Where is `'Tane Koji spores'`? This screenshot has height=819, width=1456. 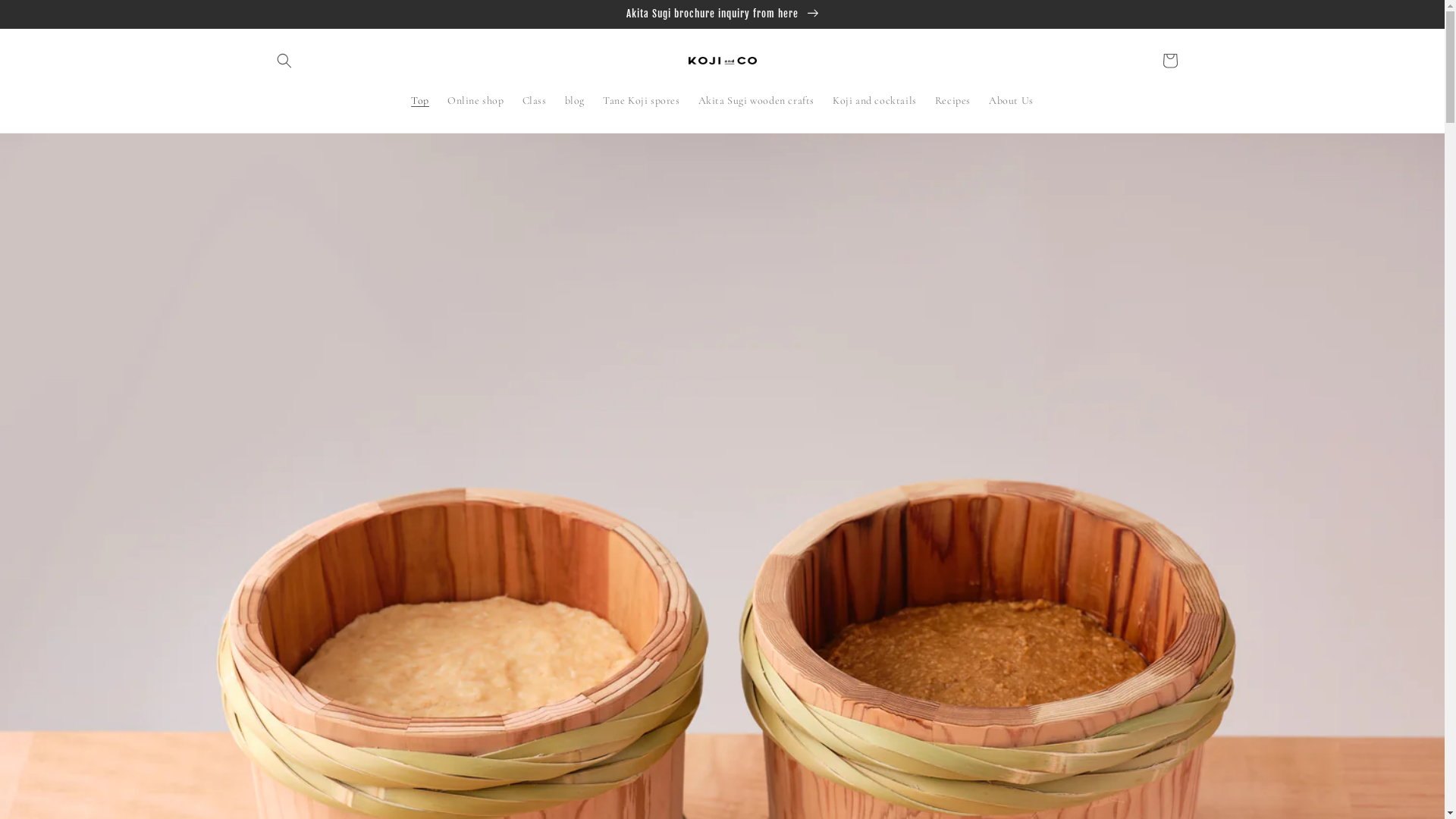 'Tane Koji spores' is located at coordinates (641, 100).